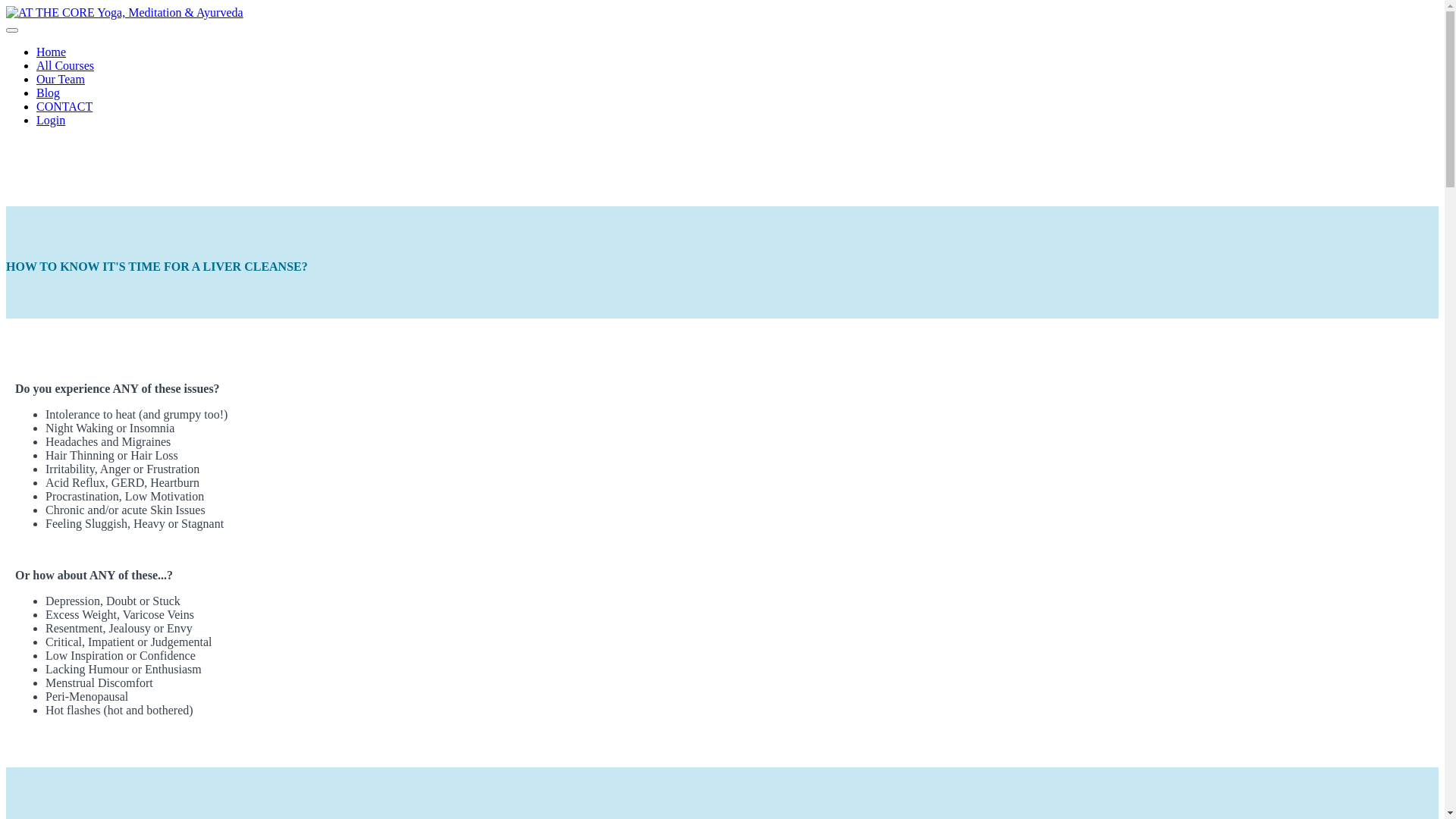 The image size is (1456, 819). I want to click on 'CONTACT', so click(64, 105).